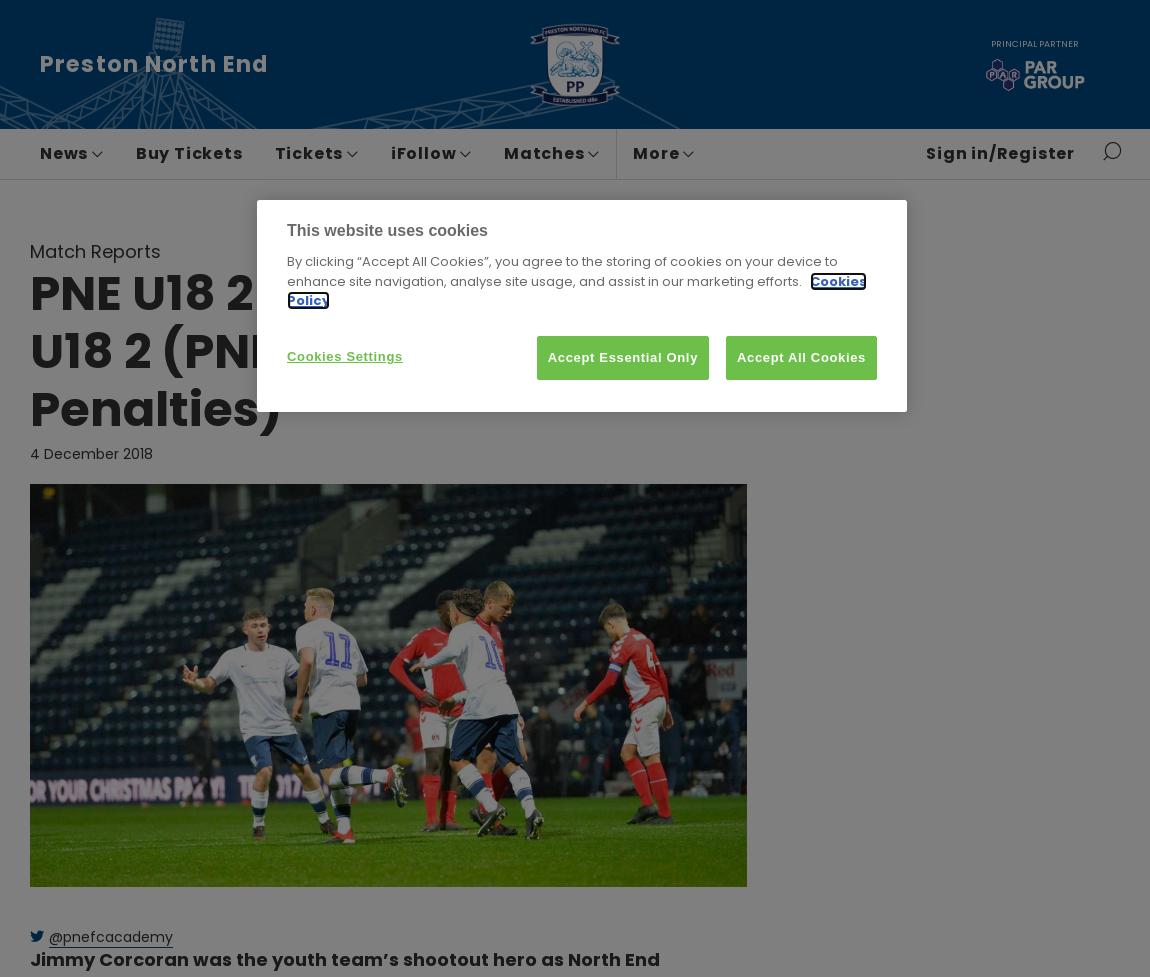 This screenshot has height=977, width=1150. I want to click on '@pnefcacademy', so click(109, 934).